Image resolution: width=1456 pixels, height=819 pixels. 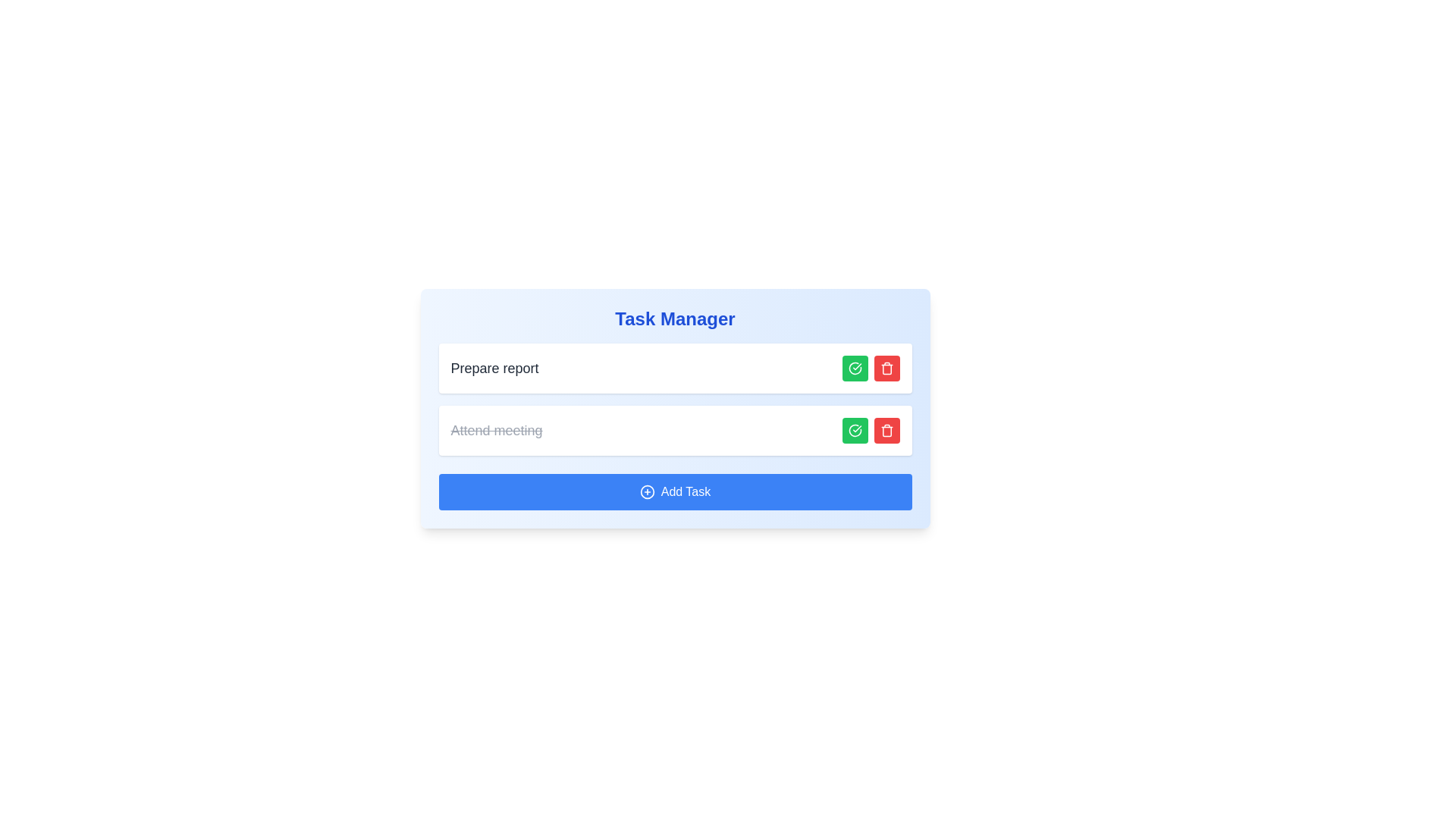 What do you see at coordinates (855, 369) in the screenshot?
I see `the green rectangular button with a checkmark icon in the 'Prepare report' task to observe the hover effects` at bounding box center [855, 369].